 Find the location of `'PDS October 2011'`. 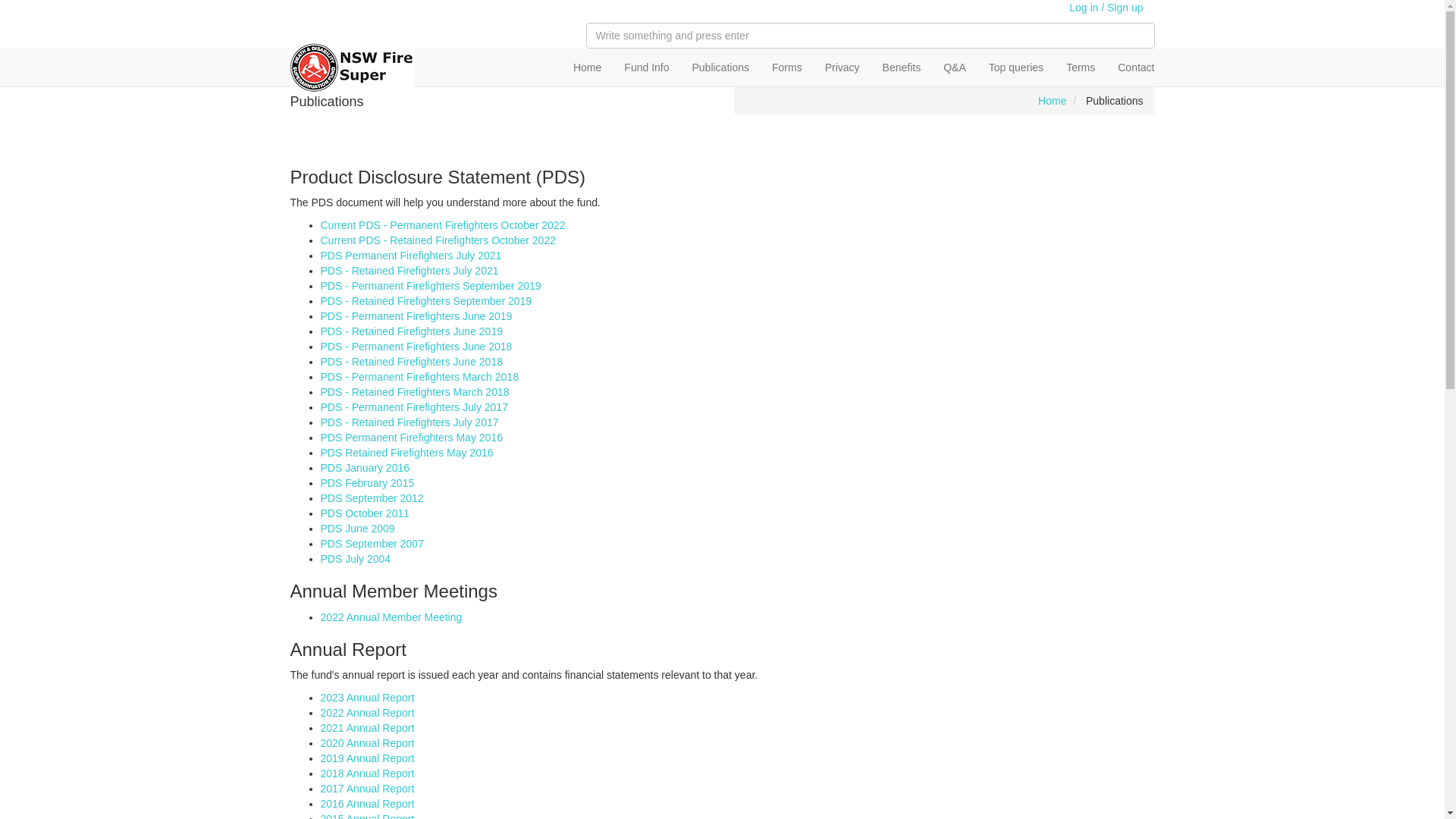

'PDS October 2011' is located at coordinates (364, 513).